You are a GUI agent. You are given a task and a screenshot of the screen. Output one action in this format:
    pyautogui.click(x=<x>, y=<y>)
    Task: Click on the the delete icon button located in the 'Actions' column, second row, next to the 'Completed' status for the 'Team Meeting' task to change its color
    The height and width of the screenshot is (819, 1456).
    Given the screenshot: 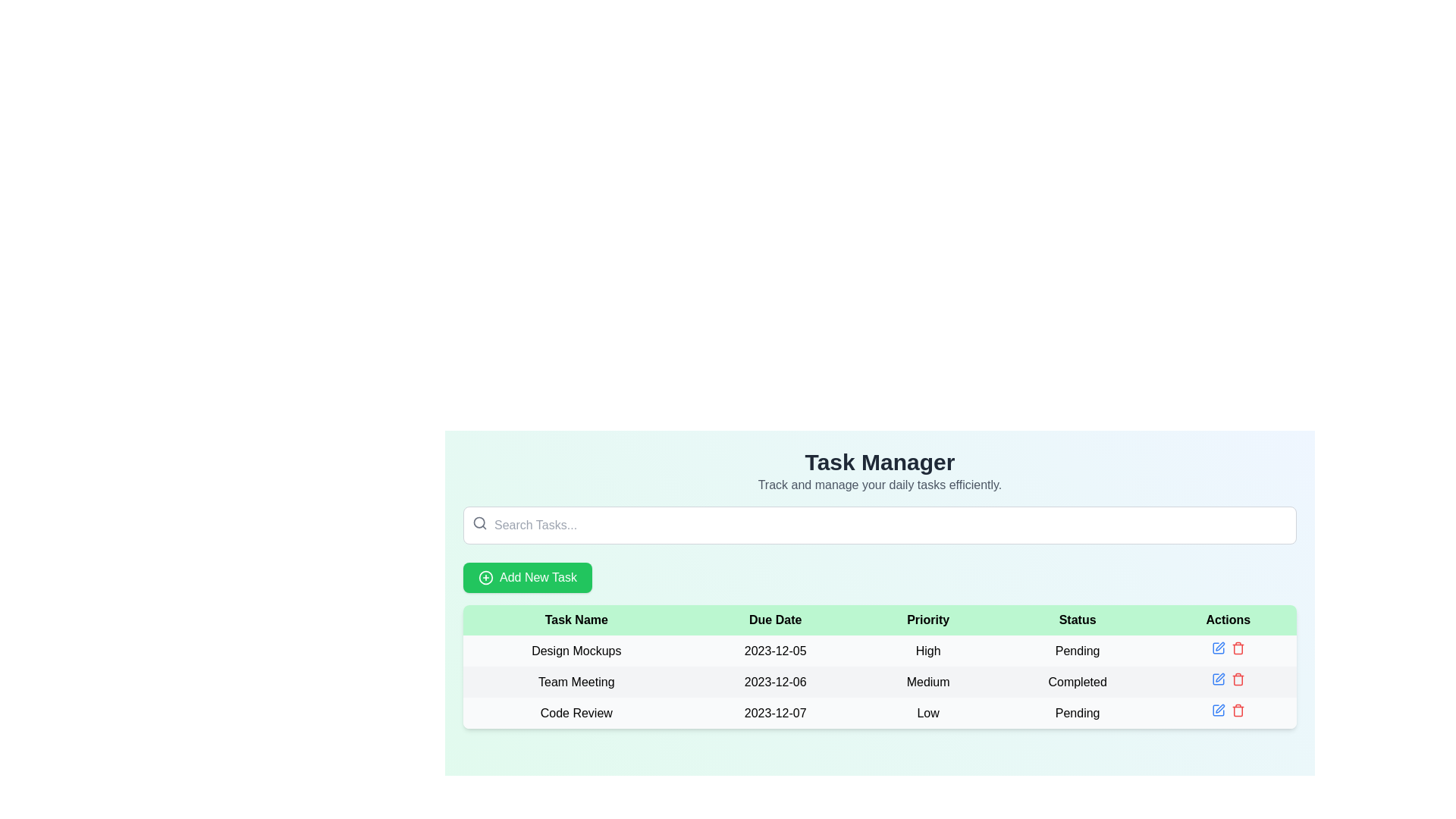 What is the action you would take?
    pyautogui.click(x=1238, y=678)
    